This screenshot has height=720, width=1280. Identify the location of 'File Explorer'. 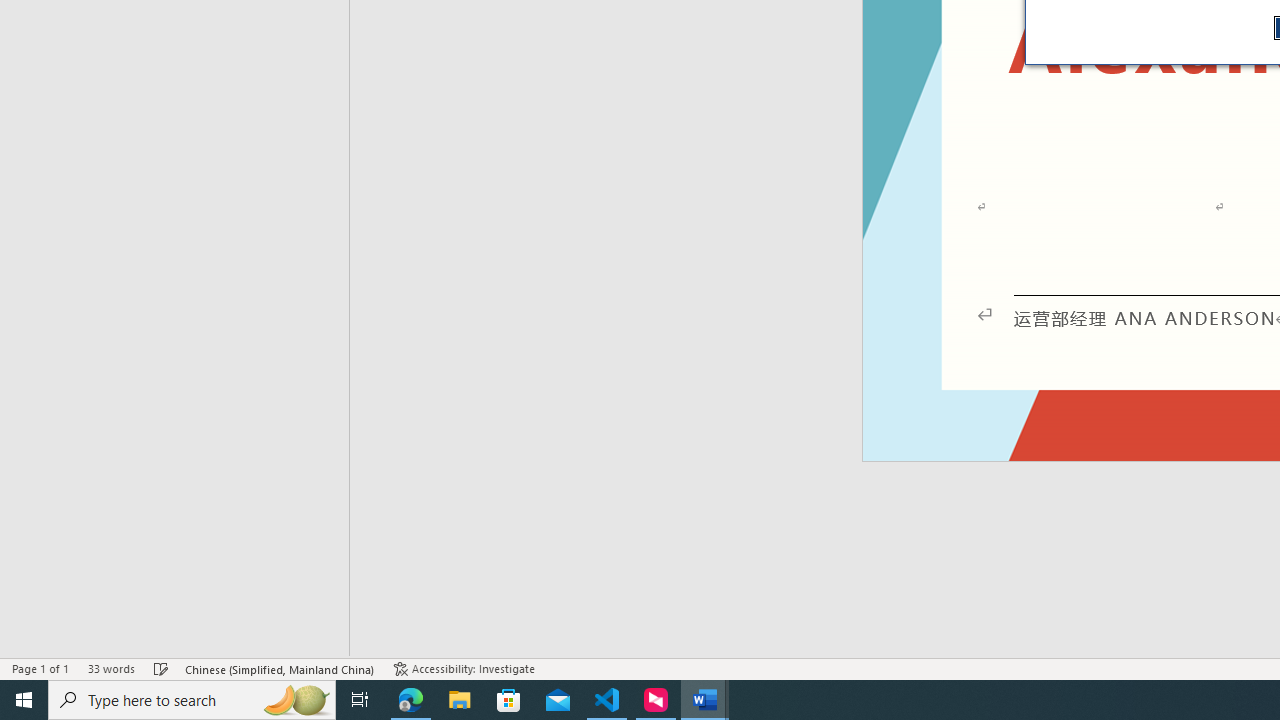
(459, 698).